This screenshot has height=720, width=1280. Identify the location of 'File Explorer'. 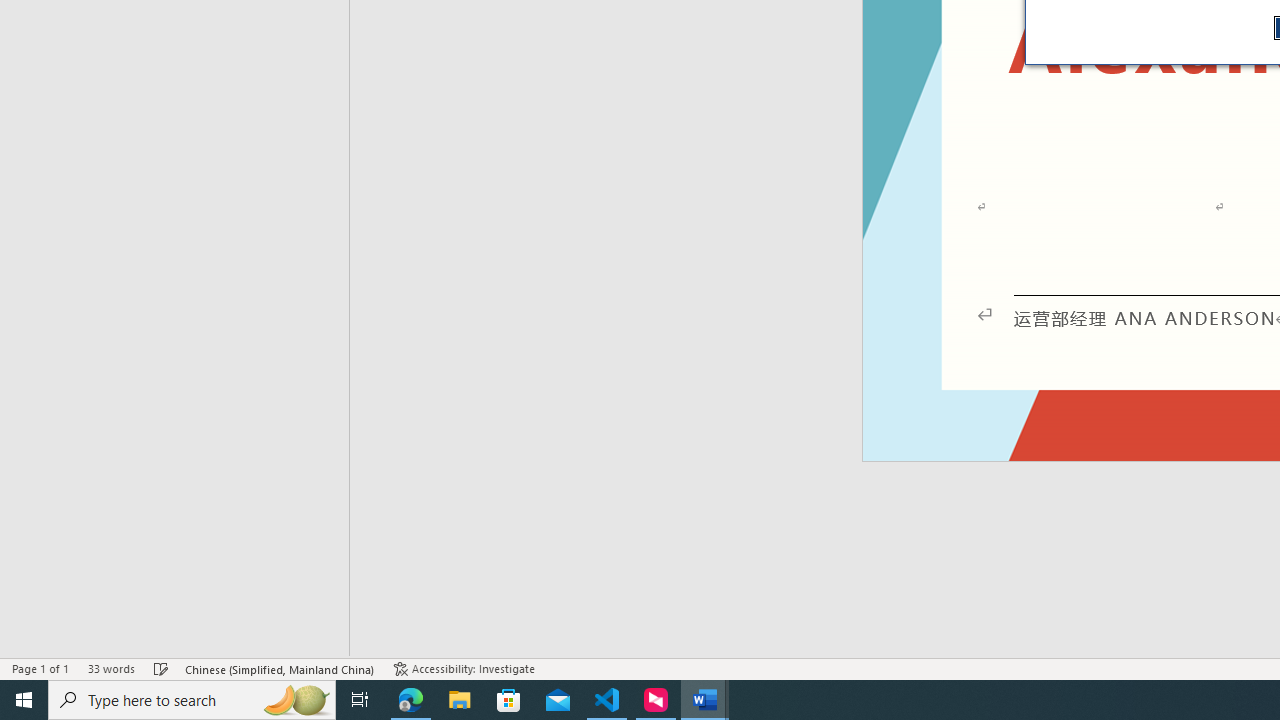
(459, 698).